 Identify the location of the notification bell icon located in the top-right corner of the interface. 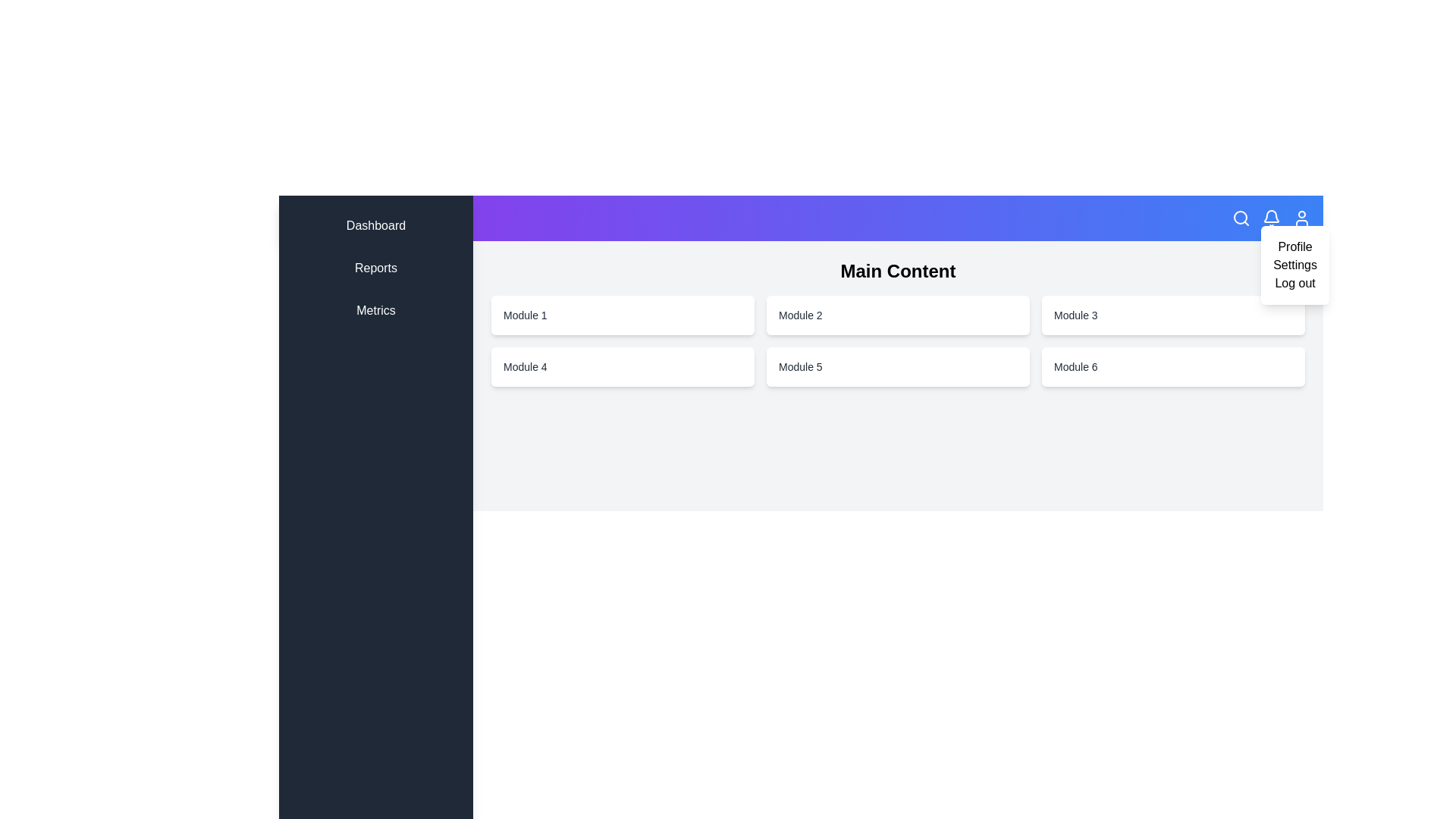
(1271, 218).